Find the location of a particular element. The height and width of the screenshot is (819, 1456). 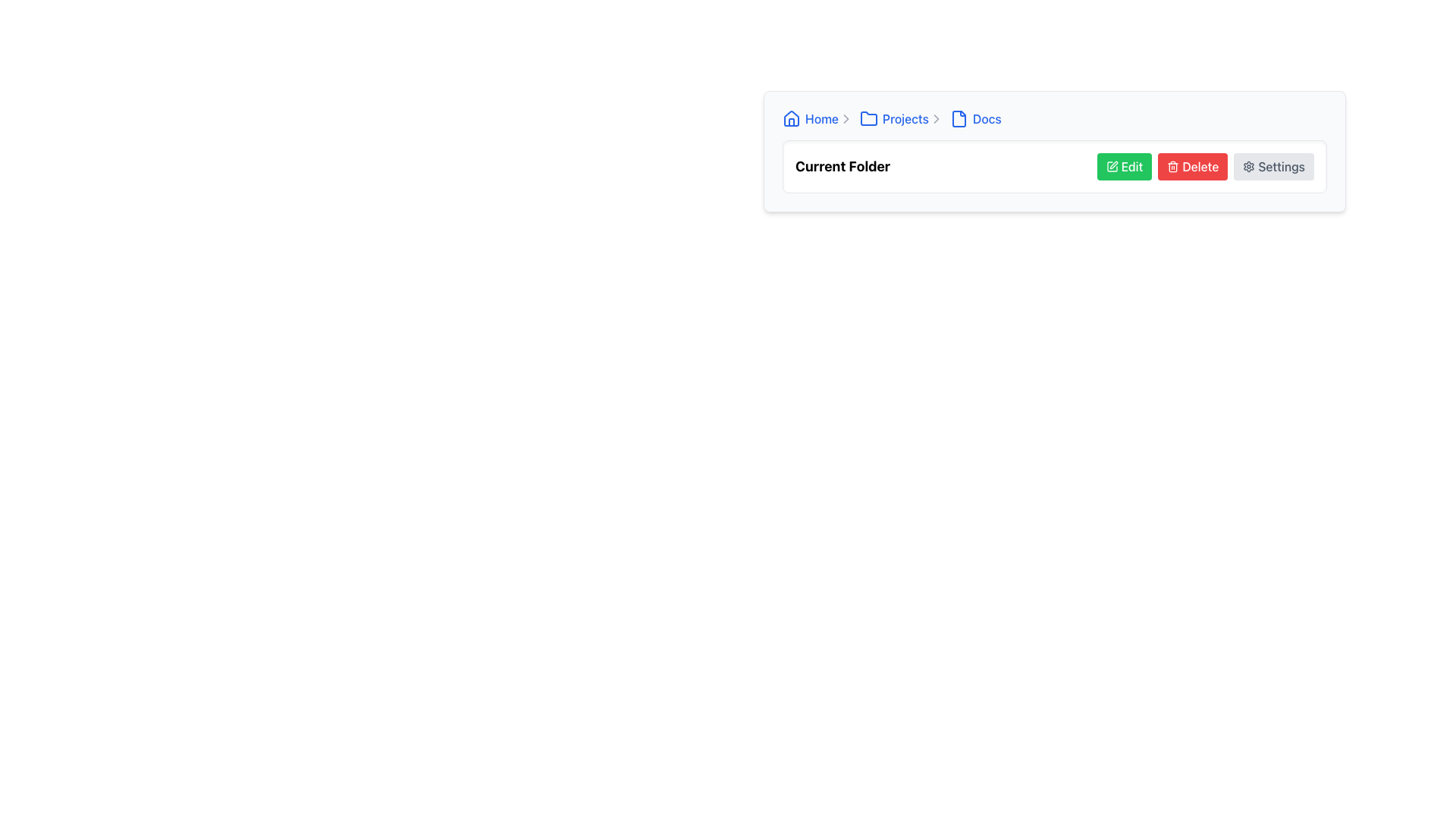

the 'Docs' text label in the breadcrumb navigation bar is located at coordinates (987, 118).